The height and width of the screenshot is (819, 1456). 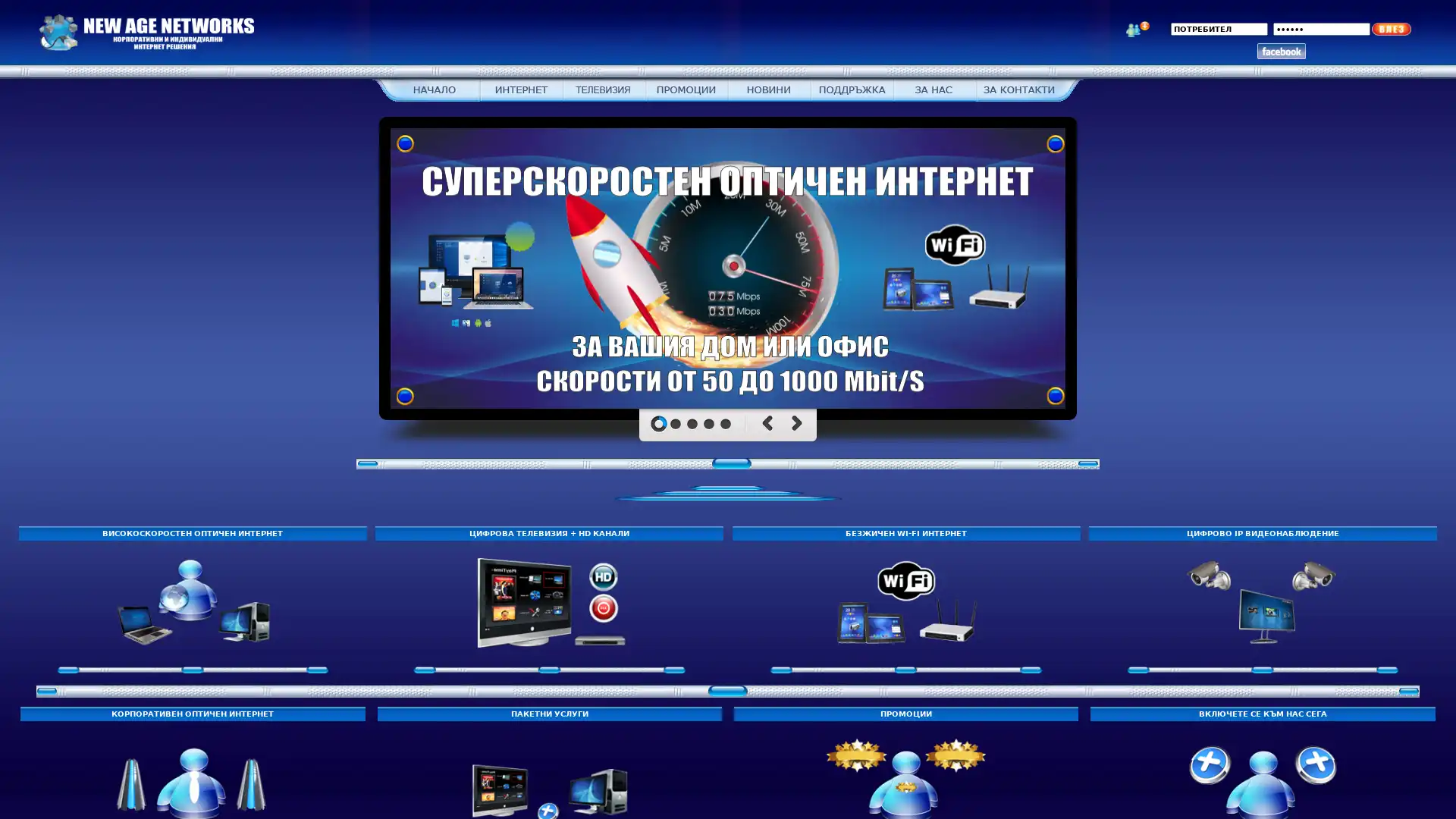 I want to click on |         New Age Networks |               -  ,        |, so click(x=1390, y=28).